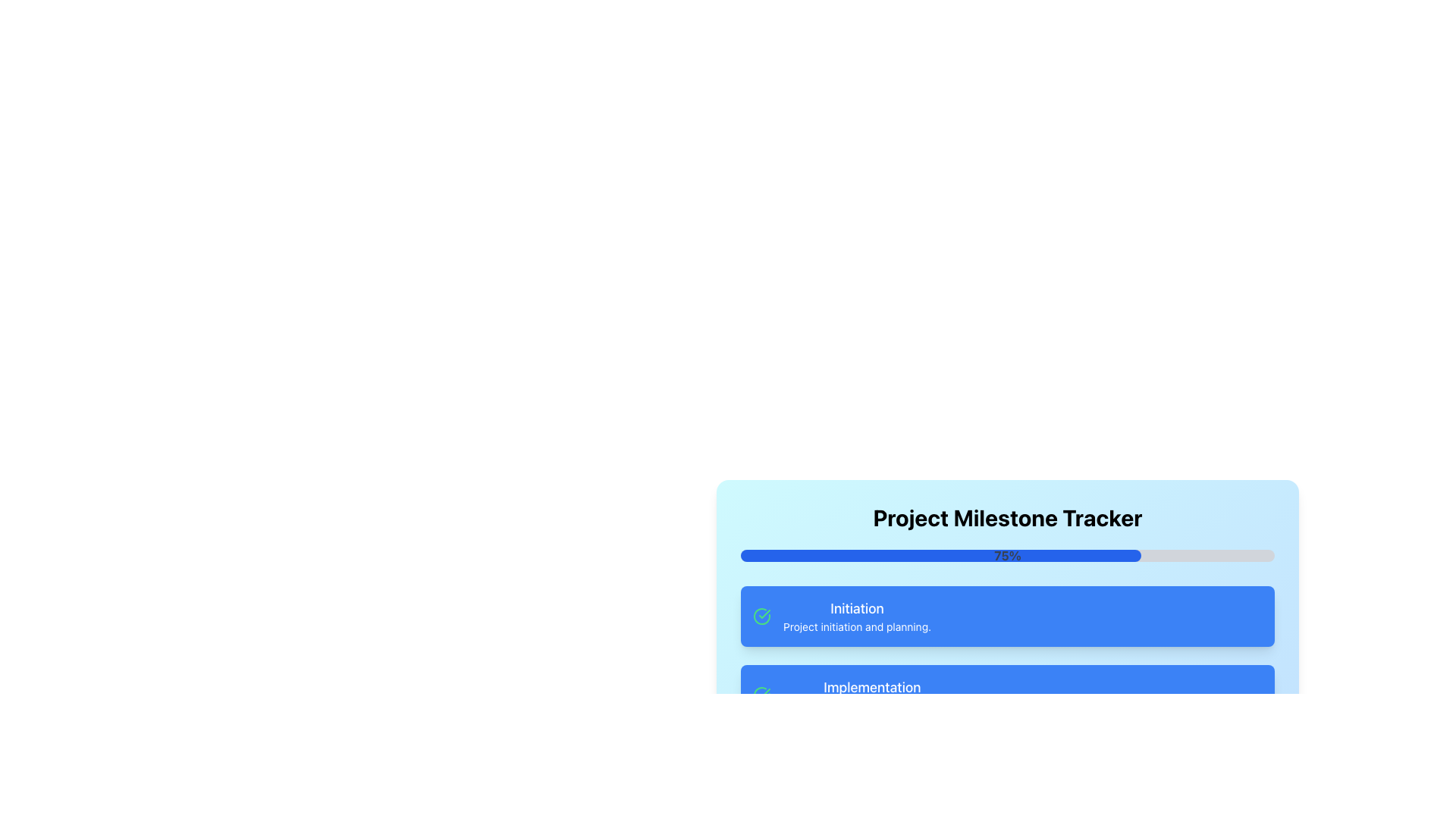 The image size is (1456, 819). What do you see at coordinates (764, 693) in the screenshot?
I see `the checkmark icon within the 'Initiation' section of the 'Project Milestone Tracker' interface by moving the cursor to its center point` at bounding box center [764, 693].